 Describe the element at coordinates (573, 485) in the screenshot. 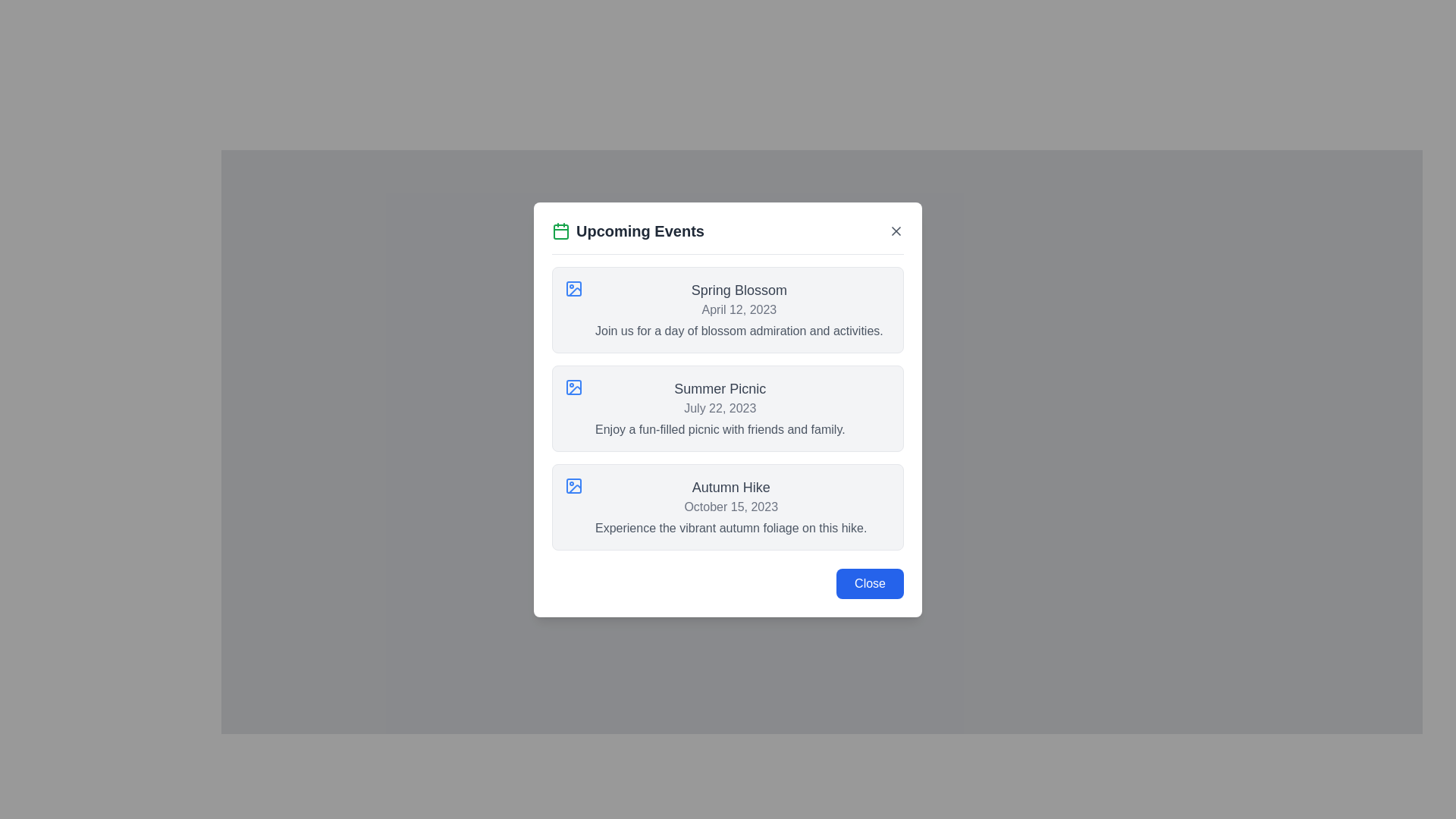

I see `the small blue icon resembling an image symbol, located to the left of the 'Autumn Hike' text in the 'Upcoming Events' section, aligned with the entry for 'October 15, 2023'` at that location.